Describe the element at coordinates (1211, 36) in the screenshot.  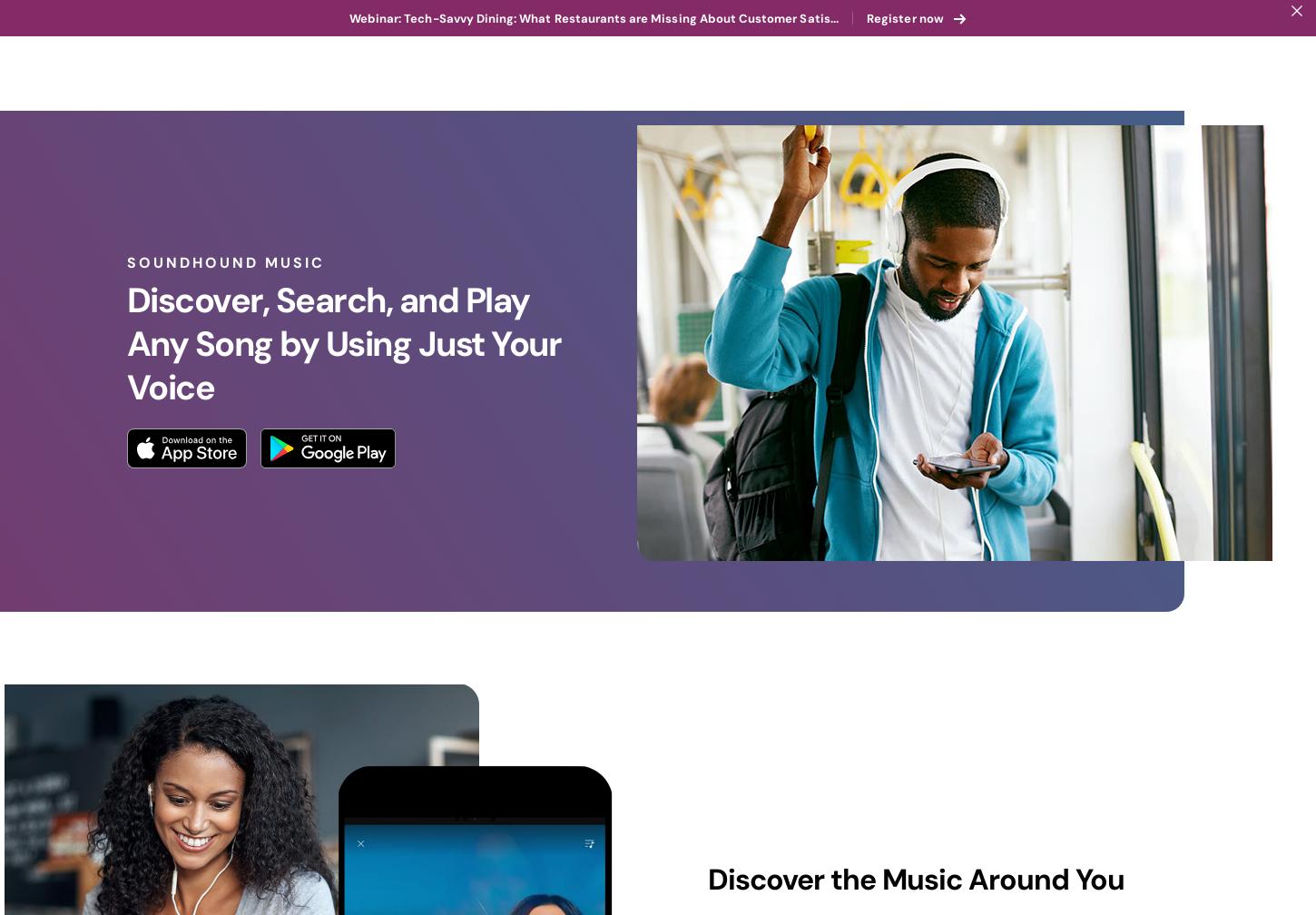
I see `'Talk to an expert'` at that location.